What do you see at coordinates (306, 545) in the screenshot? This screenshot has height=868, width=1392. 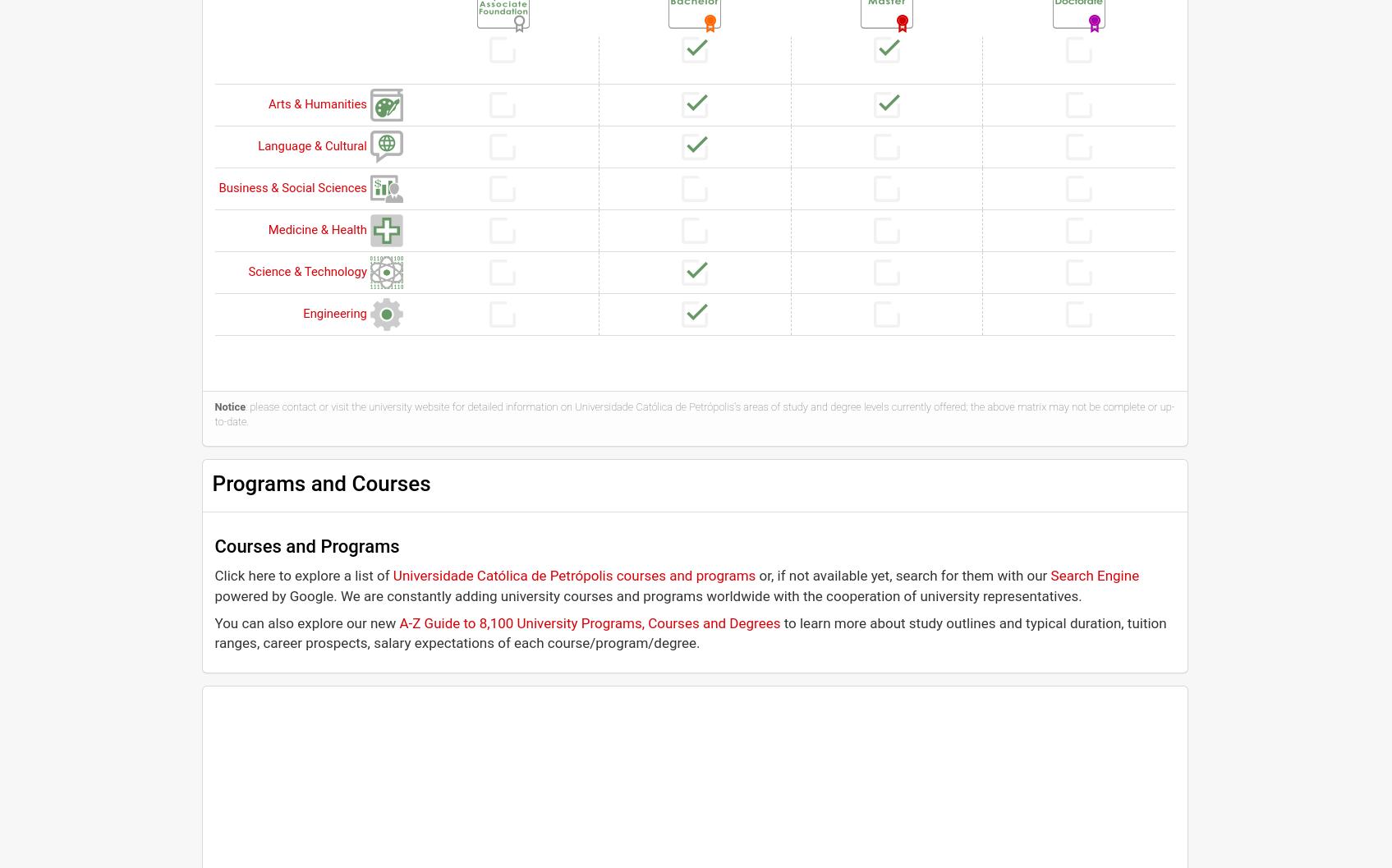 I see `'Courses and Programs'` at bounding box center [306, 545].